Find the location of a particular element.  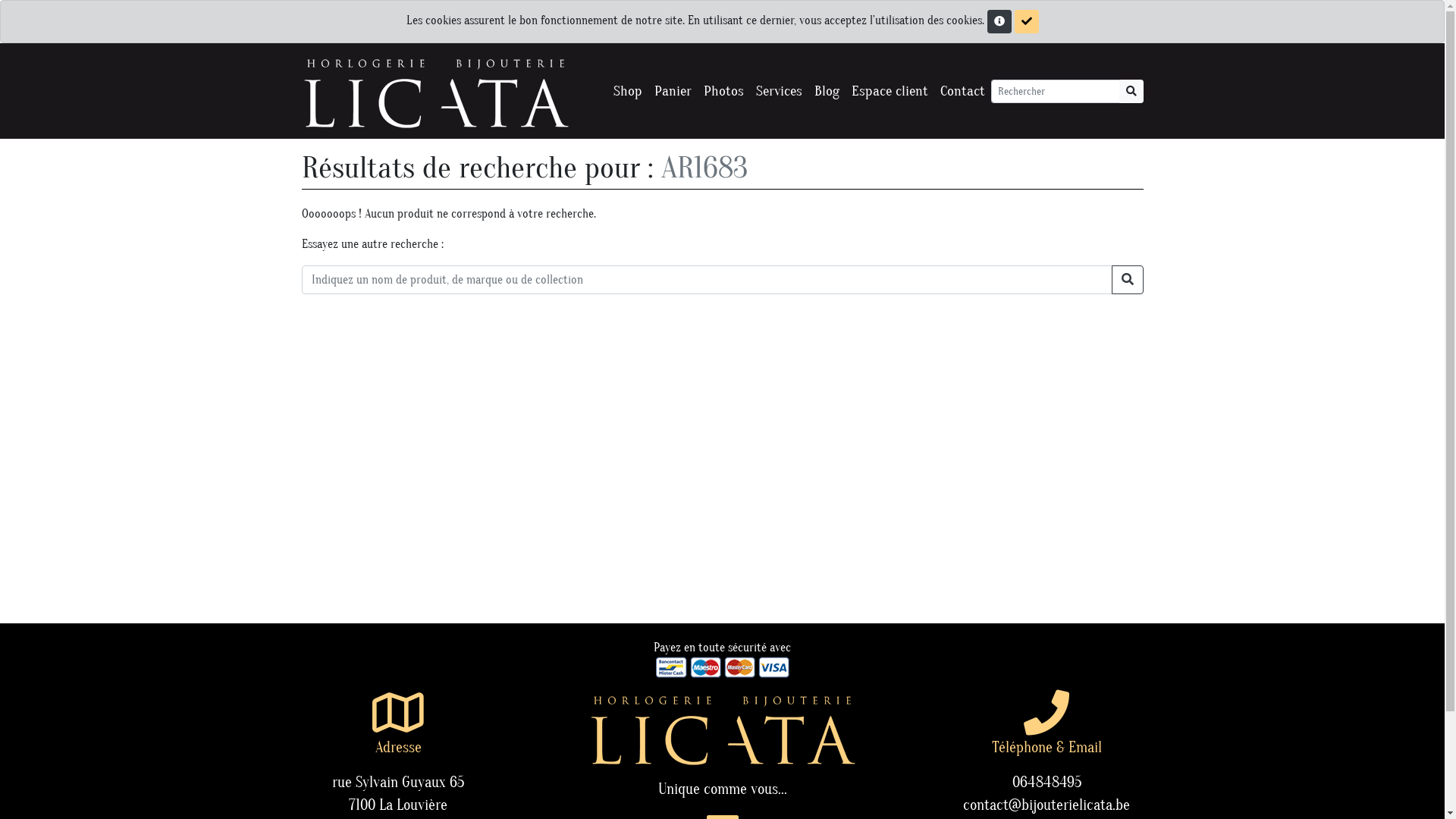

'Photos' is located at coordinates (723, 91).